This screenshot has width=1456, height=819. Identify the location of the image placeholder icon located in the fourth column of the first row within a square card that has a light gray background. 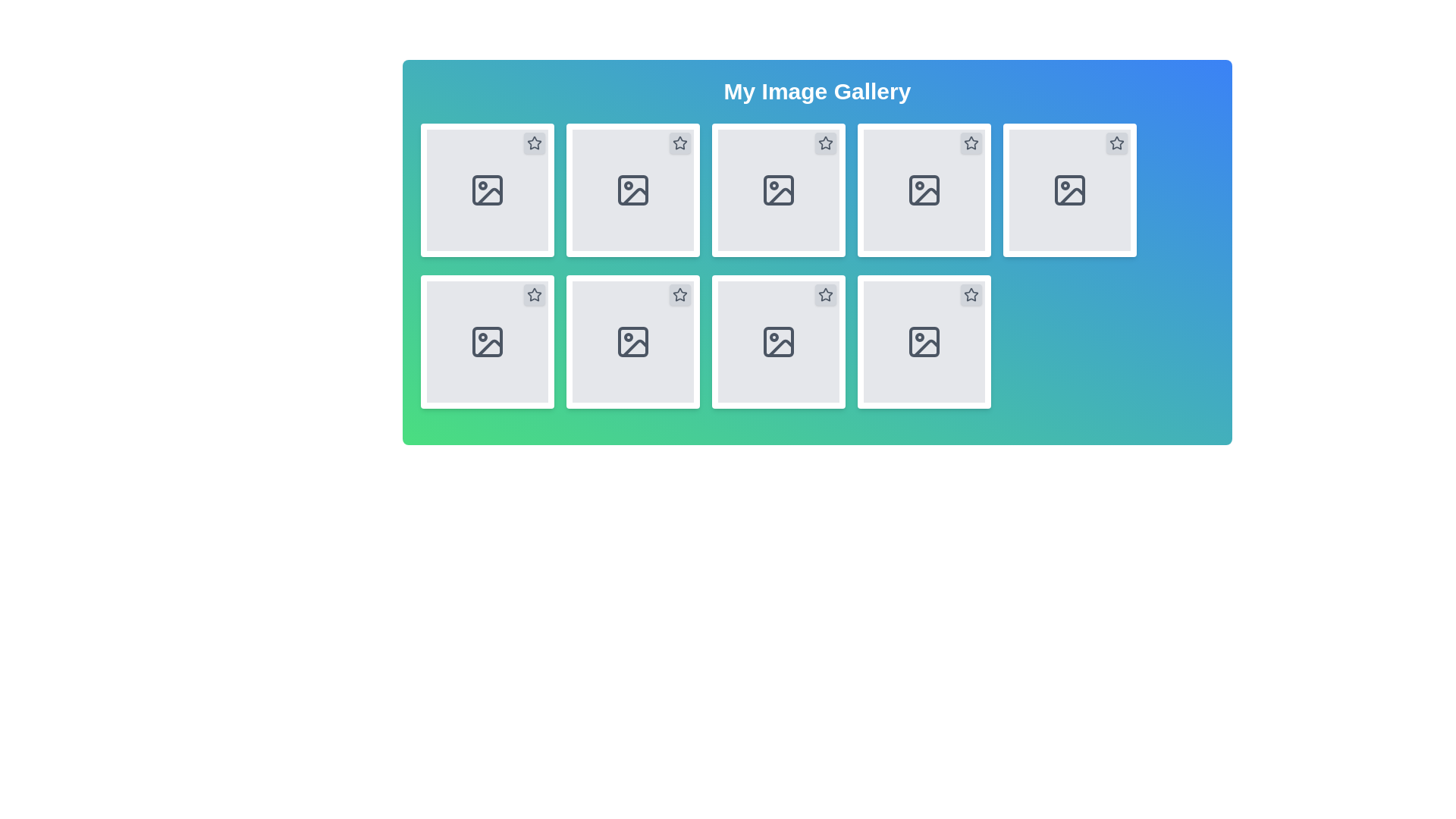
(924, 189).